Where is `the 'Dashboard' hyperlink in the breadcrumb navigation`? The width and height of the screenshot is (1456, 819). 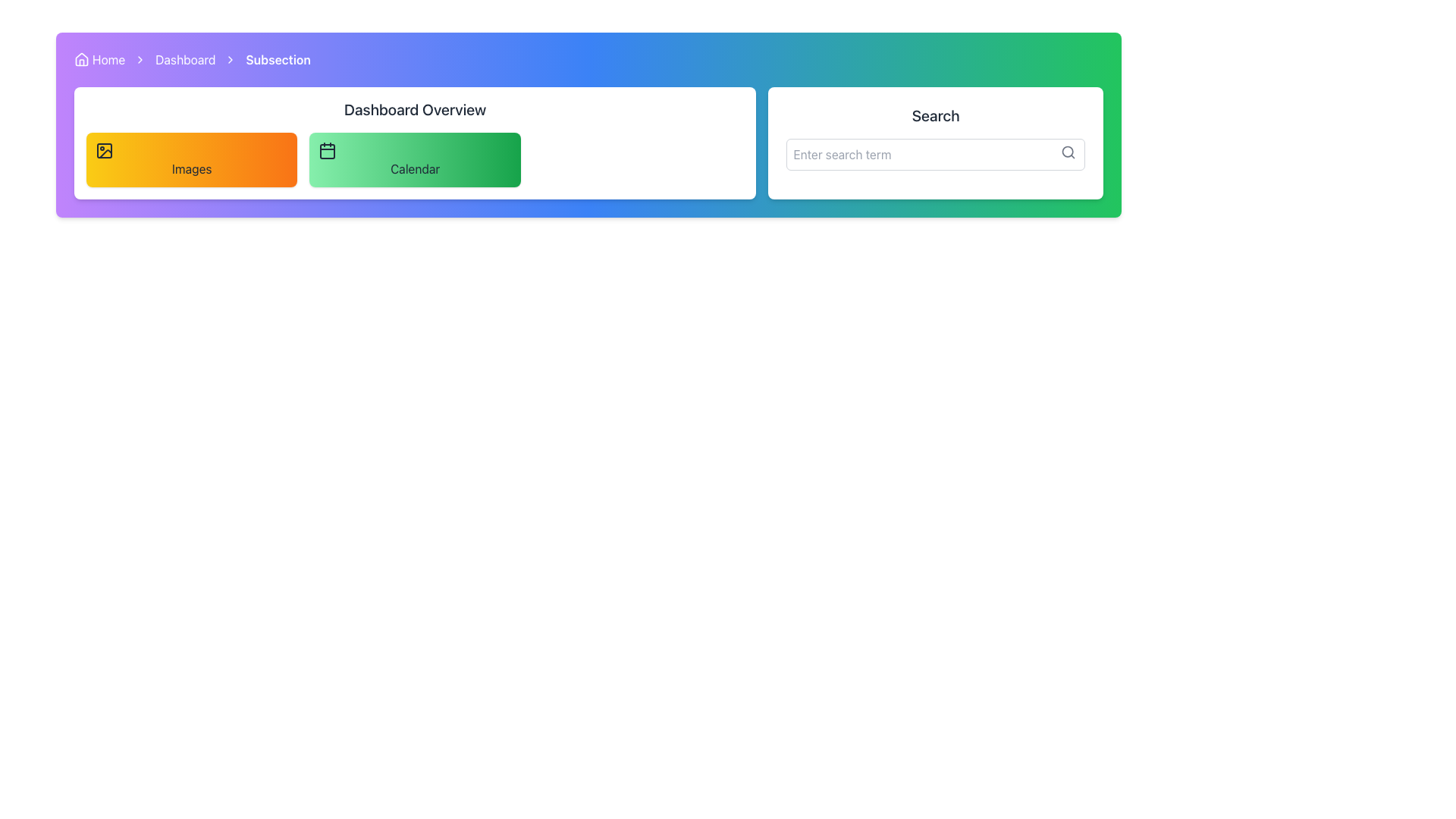 the 'Dashboard' hyperlink in the breadcrumb navigation is located at coordinates (184, 58).